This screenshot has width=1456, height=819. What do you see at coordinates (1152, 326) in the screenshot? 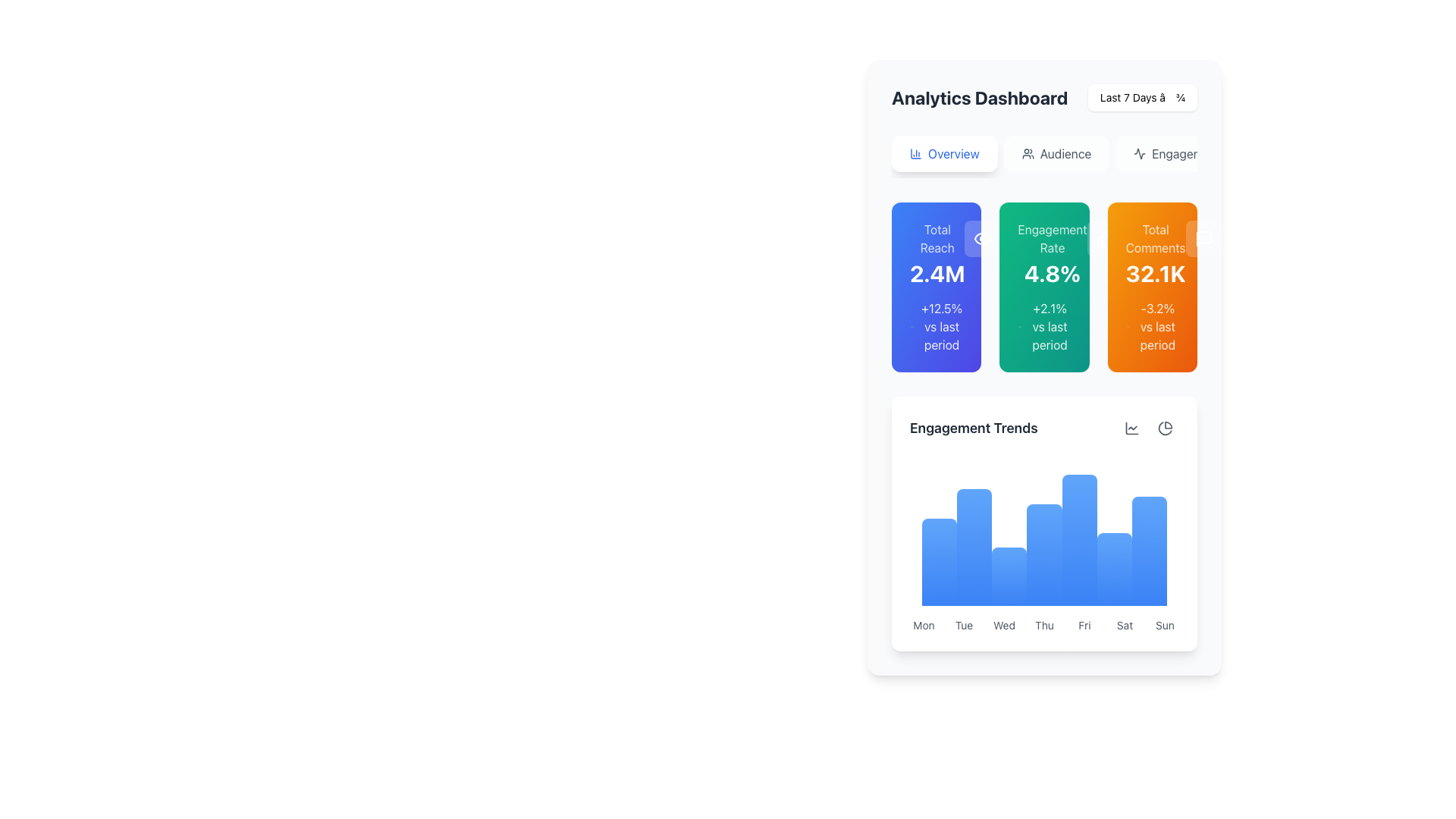
I see `the descriptive text with the percentage '-3.2% vs last period' that is styled with a white font on a gradient orange to amber background, located within the third orange-colored card labeled 'Total Comments 32.1K'` at bounding box center [1152, 326].